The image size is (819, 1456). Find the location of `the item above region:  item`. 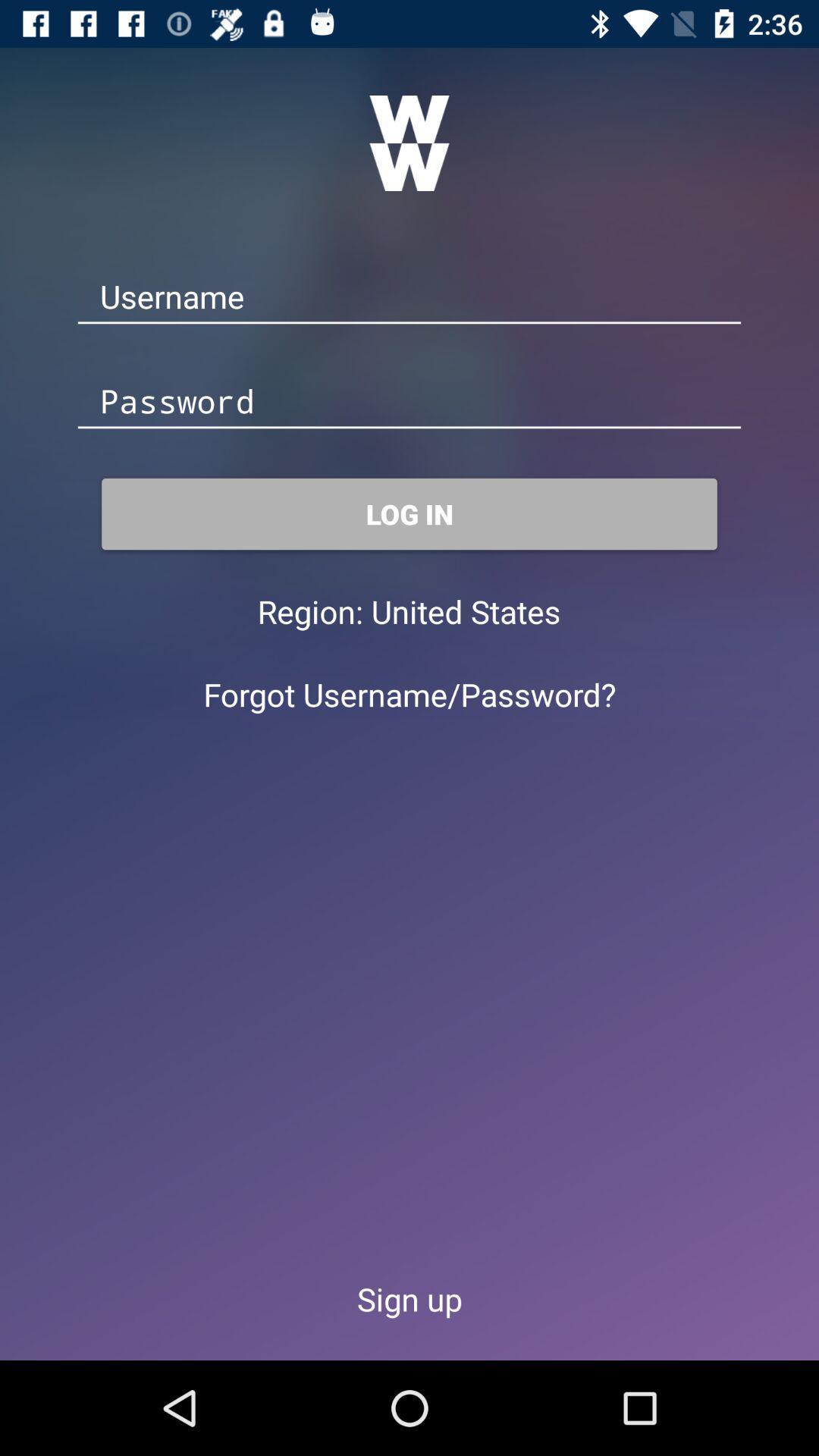

the item above region:  item is located at coordinates (409, 513).